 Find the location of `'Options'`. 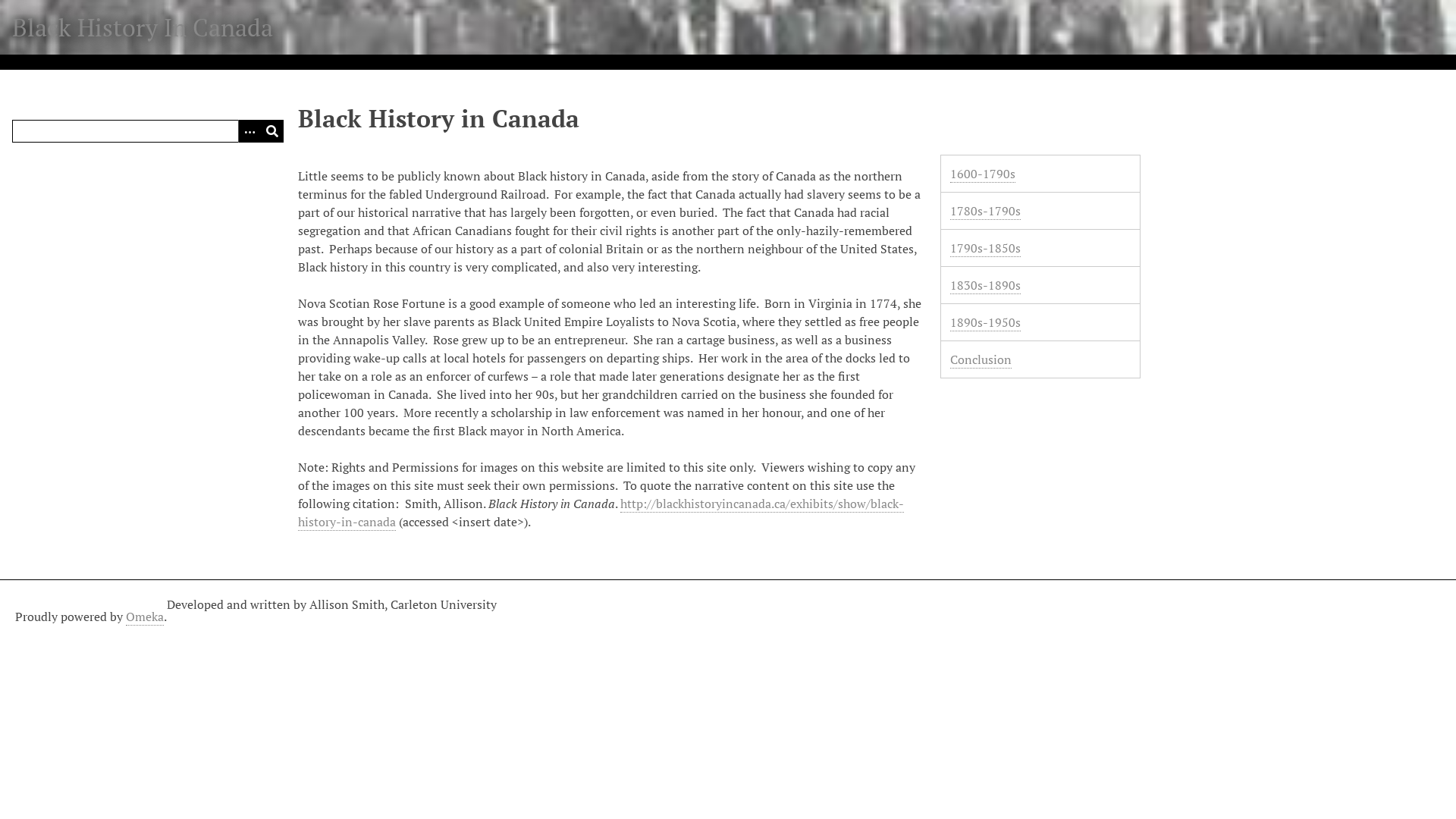

'Options' is located at coordinates (237, 130).